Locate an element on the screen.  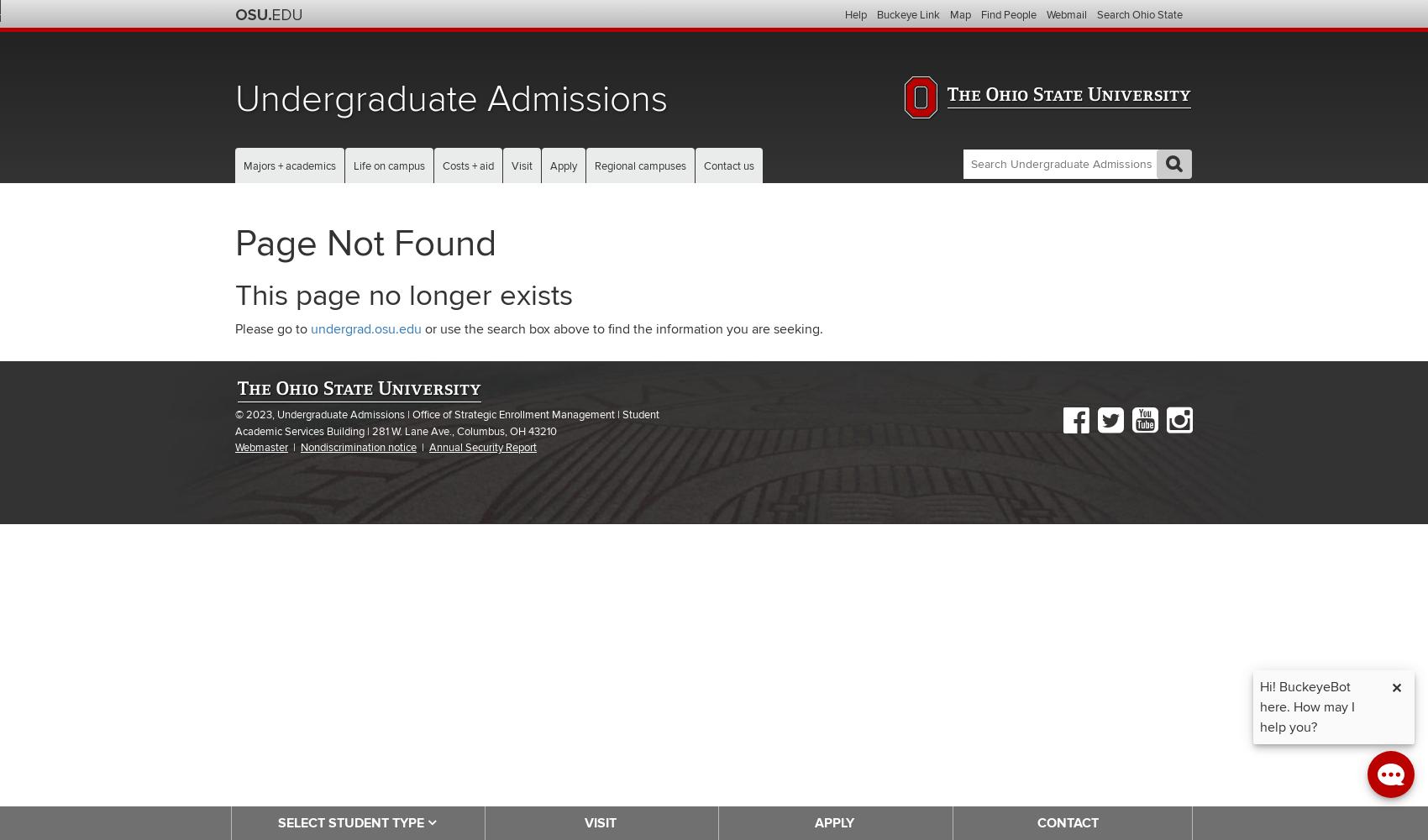
'Contact us' is located at coordinates (729, 165).